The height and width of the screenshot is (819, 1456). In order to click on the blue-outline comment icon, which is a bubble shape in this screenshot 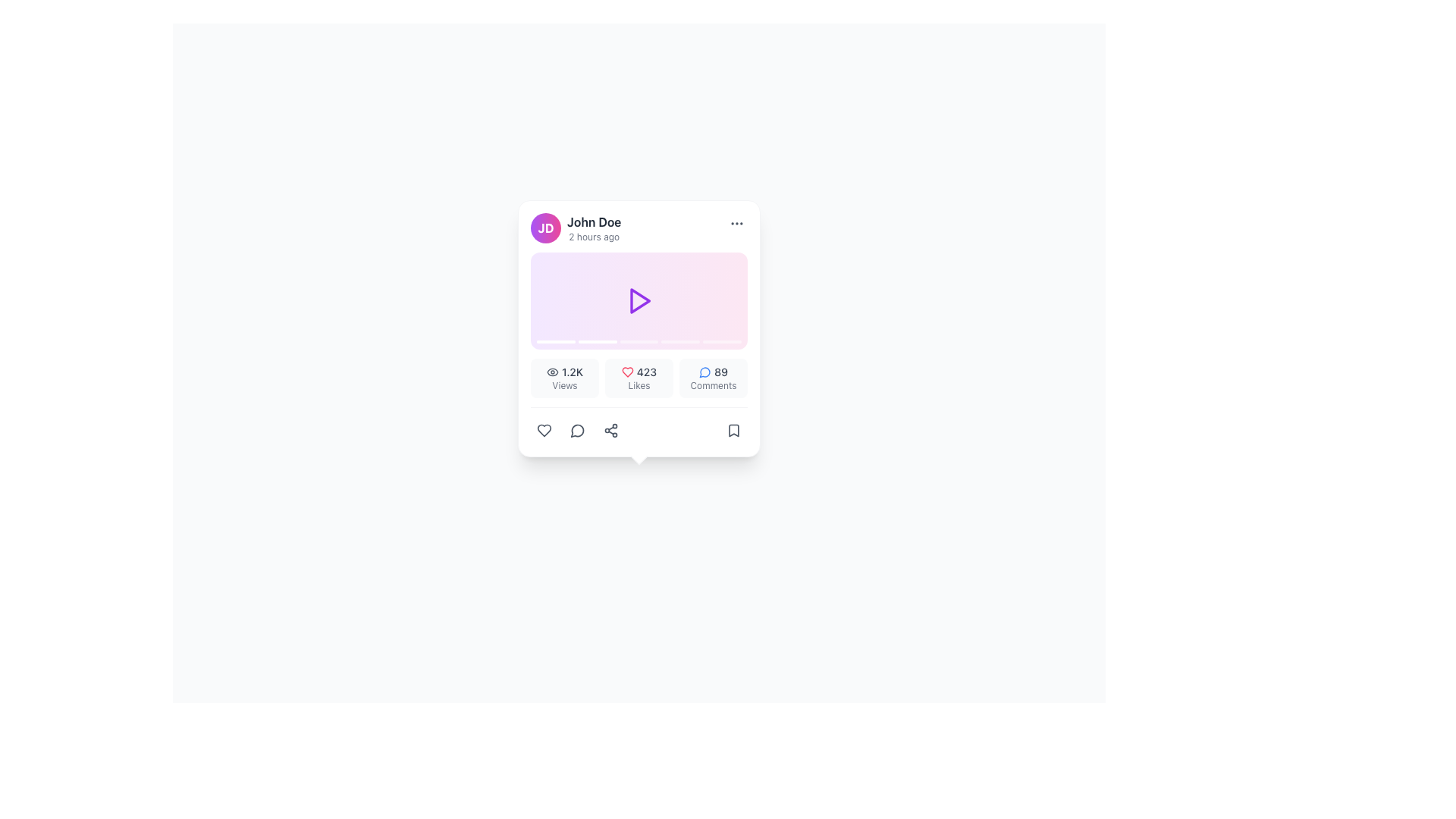, I will do `click(704, 372)`.